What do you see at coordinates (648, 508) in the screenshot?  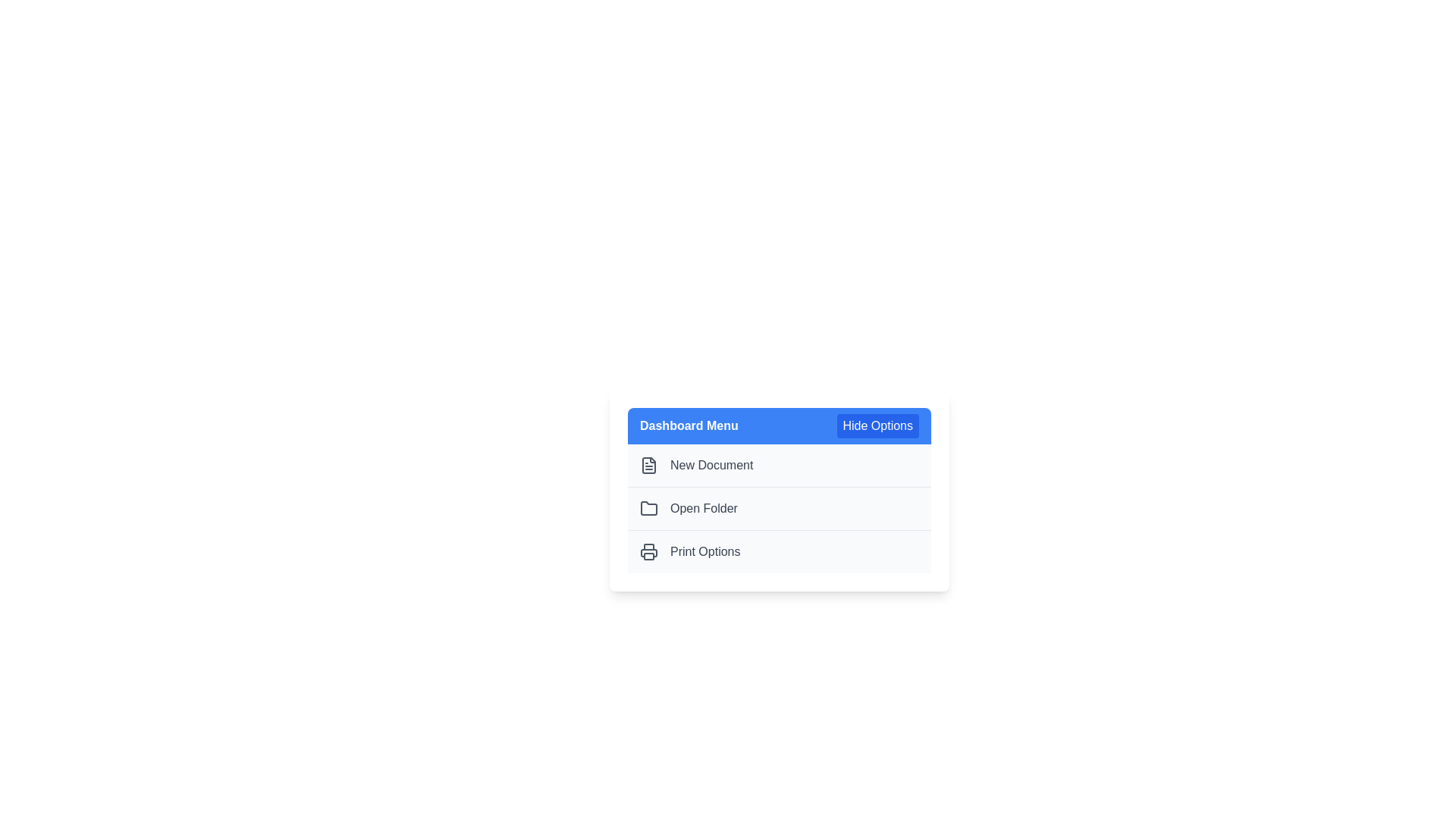 I see `the folder icon located next to the 'Open Folder' text in the vertical menu, which has a light-gray fill and a darker gray outline` at bounding box center [648, 508].